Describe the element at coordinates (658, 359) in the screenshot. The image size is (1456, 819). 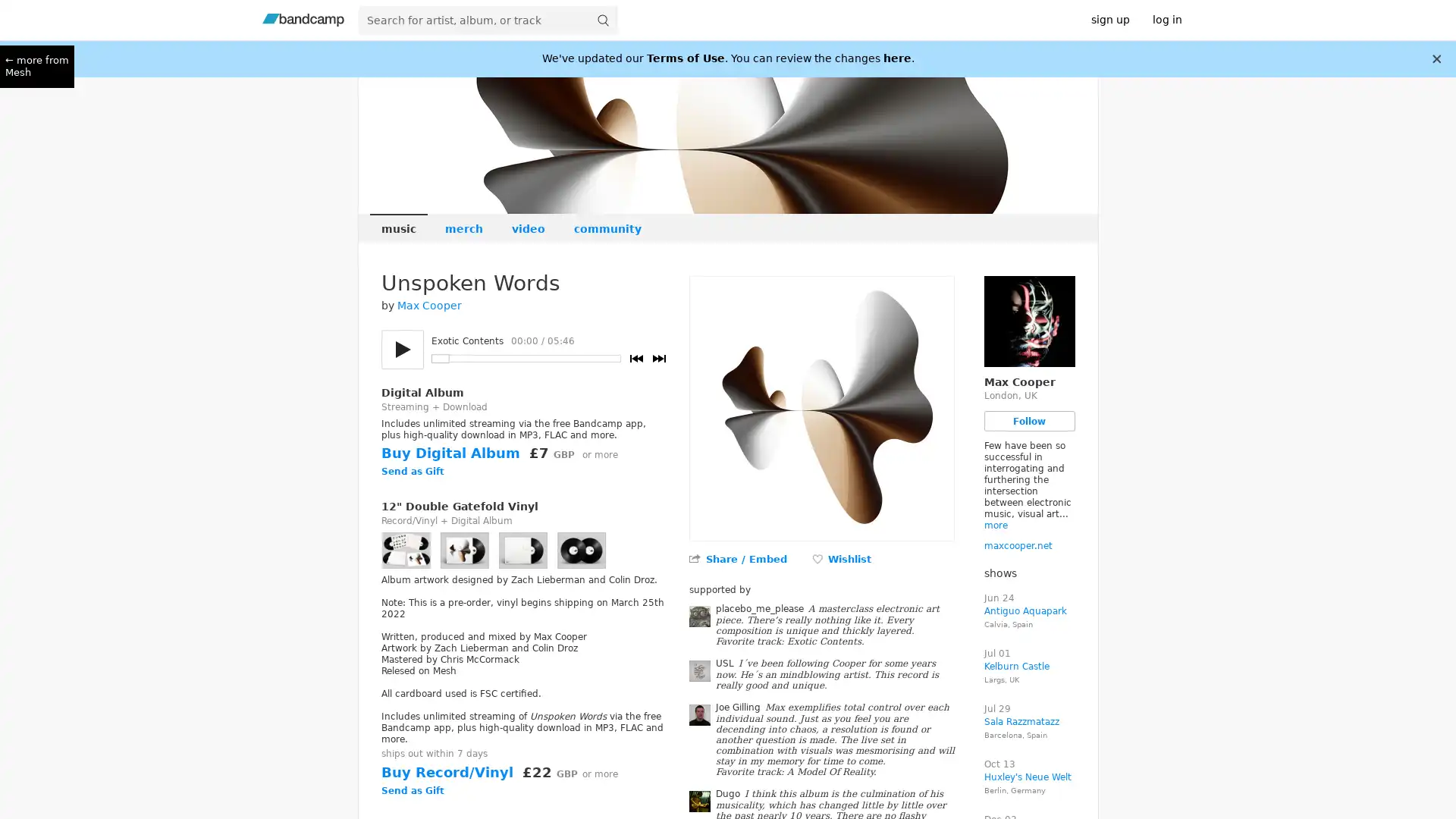
I see `Next track` at that location.